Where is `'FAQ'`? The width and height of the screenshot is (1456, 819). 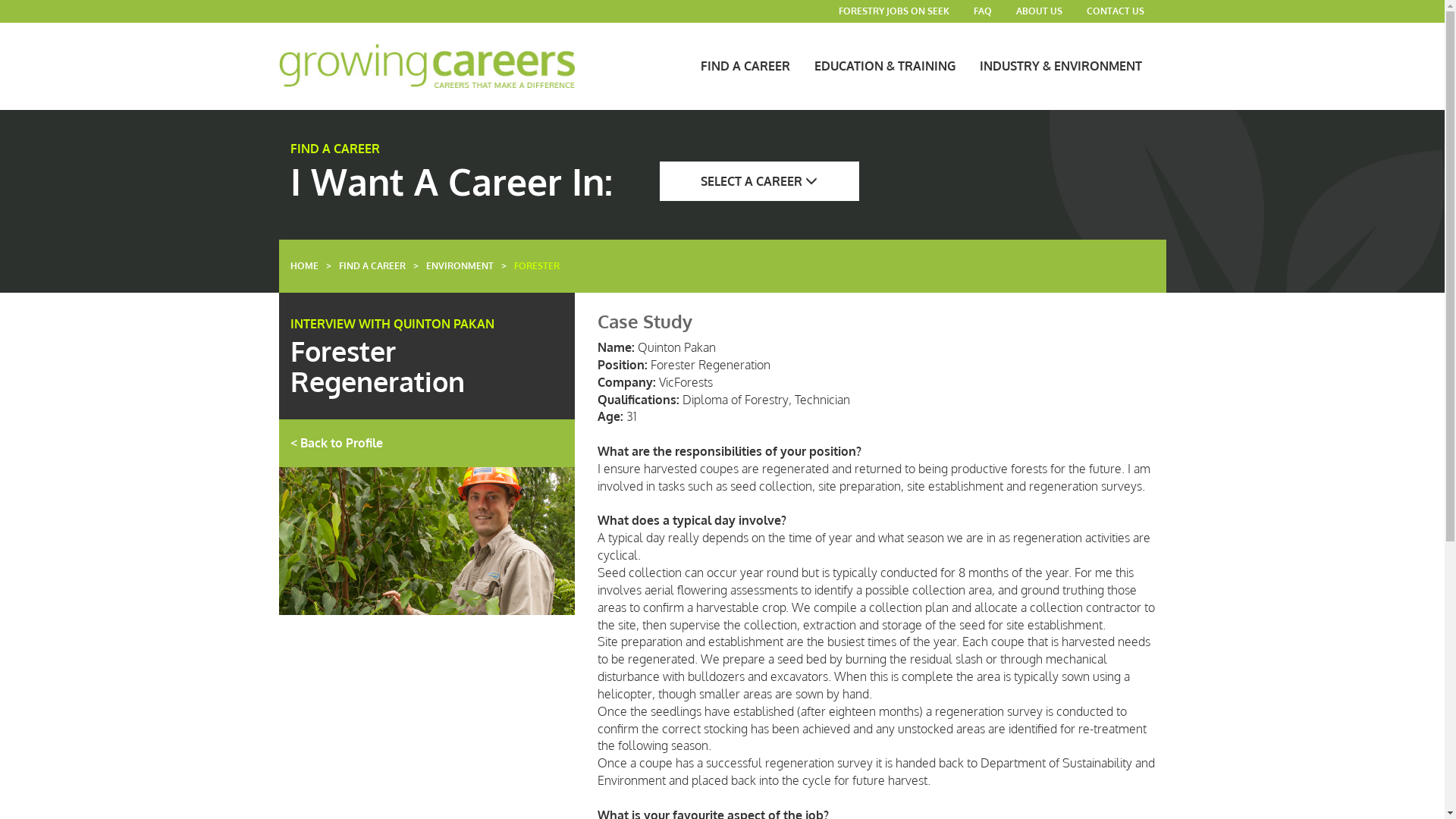 'FAQ' is located at coordinates (983, 11).